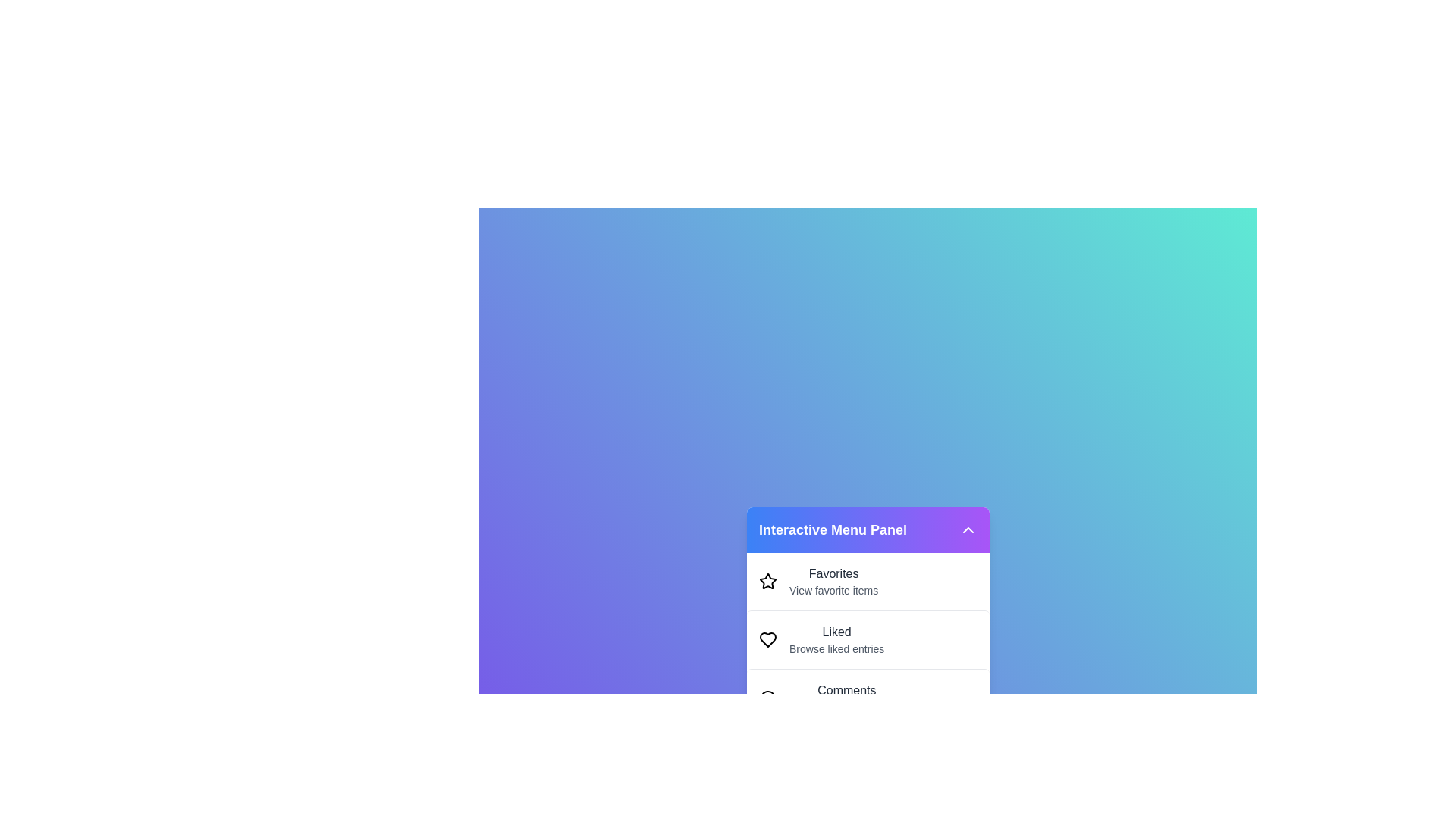 The width and height of the screenshot is (1456, 819). What do you see at coordinates (767, 581) in the screenshot?
I see `the icon of the menu item corresponding to Favorites` at bounding box center [767, 581].